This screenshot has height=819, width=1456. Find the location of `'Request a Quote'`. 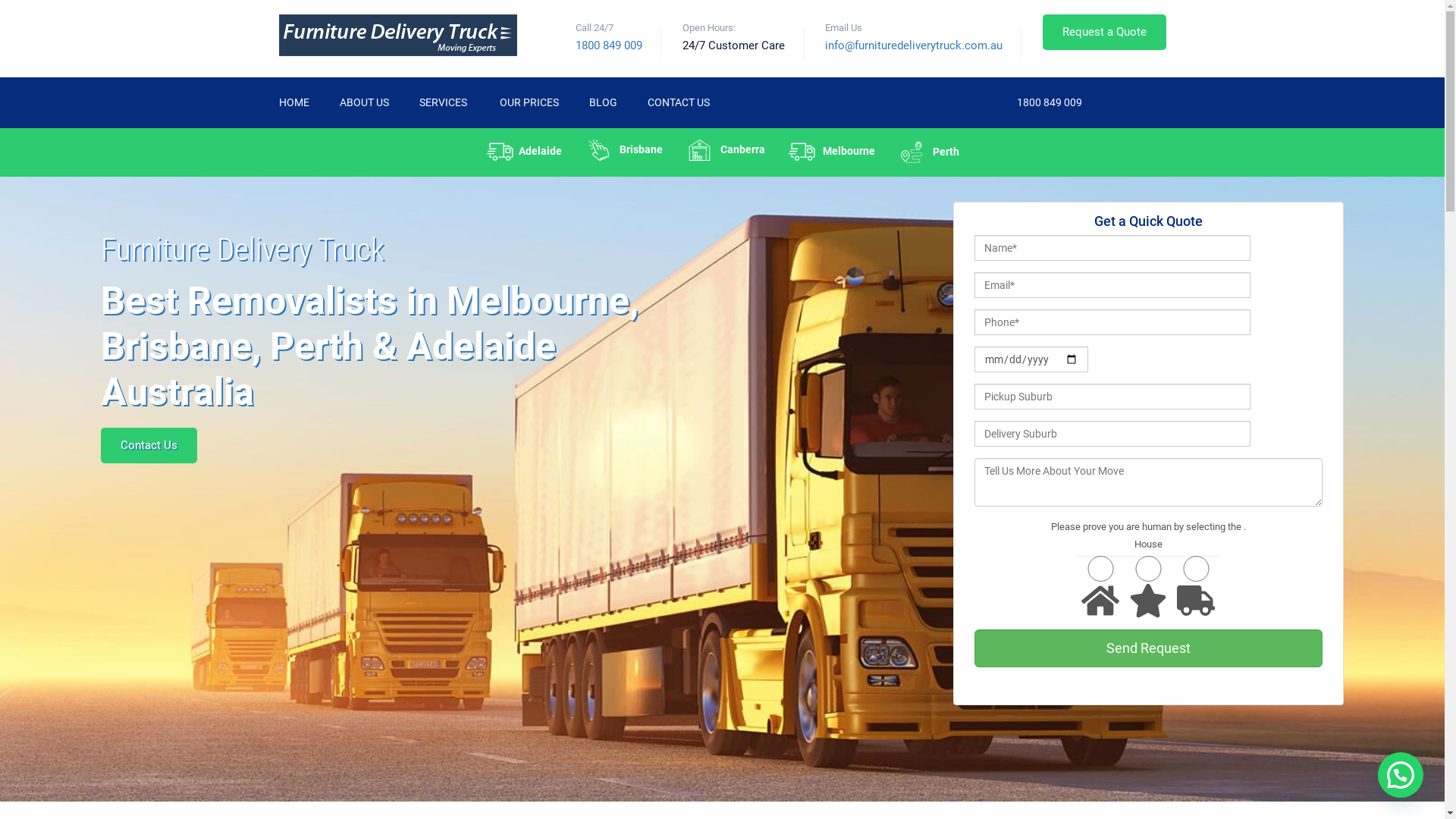

'Request a Quote' is located at coordinates (1103, 32).